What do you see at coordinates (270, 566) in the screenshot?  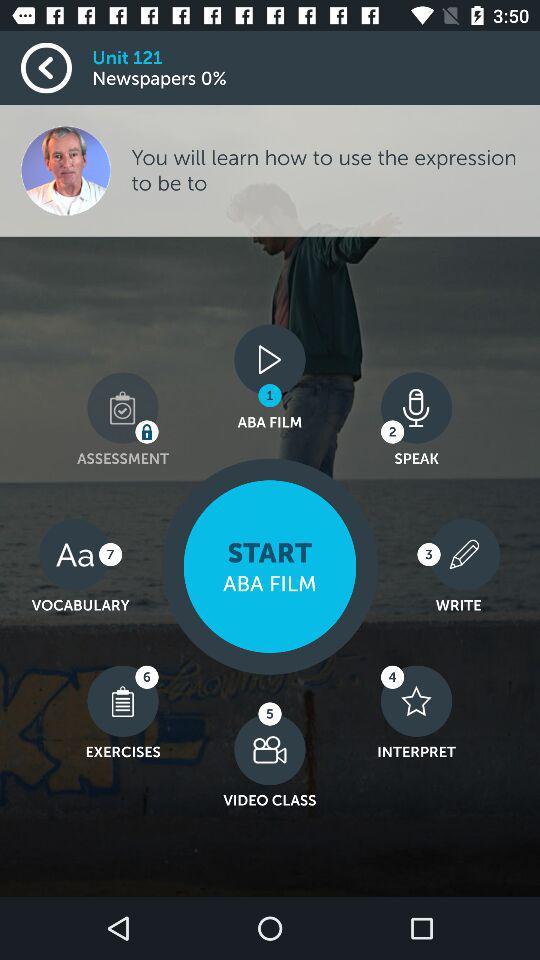 I see `the film` at bounding box center [270, 566].